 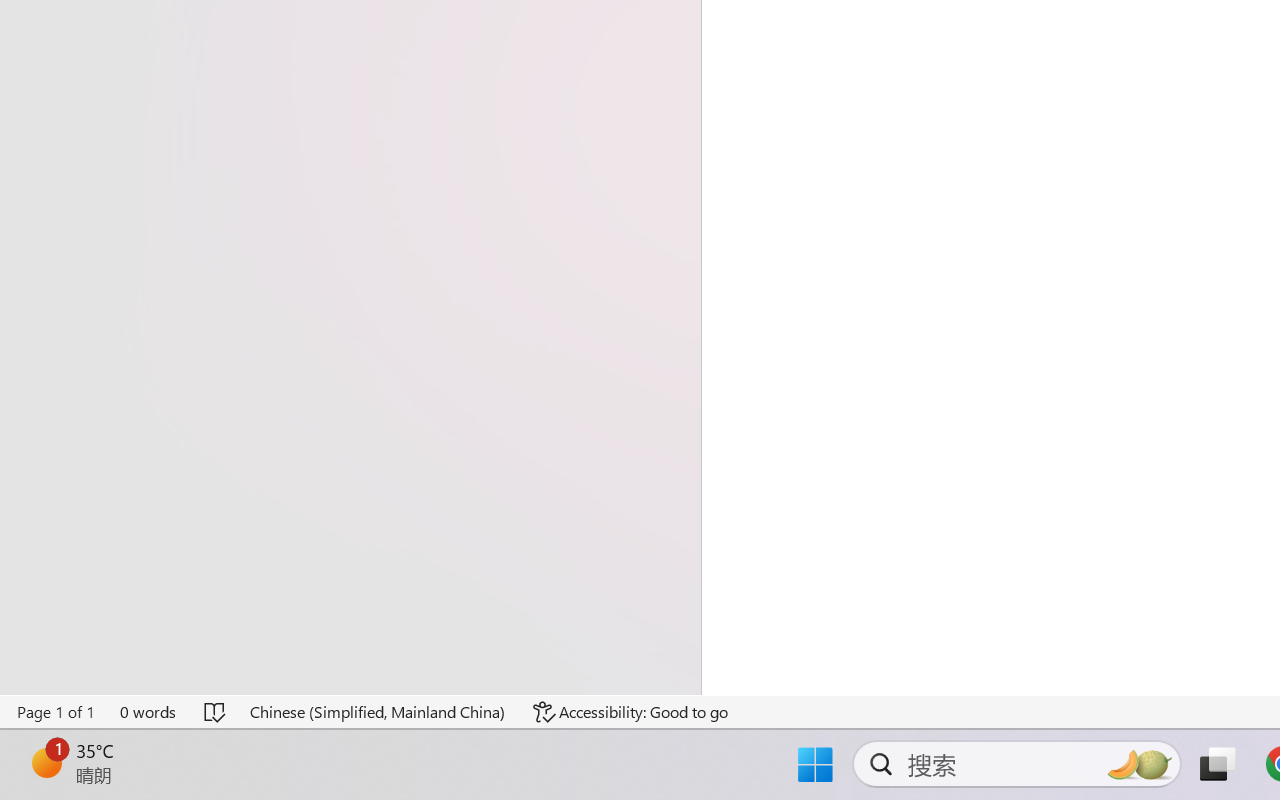 I want to click on 'Language Chinese (Simplified, Mainland China)', so click(x=378, y=711).